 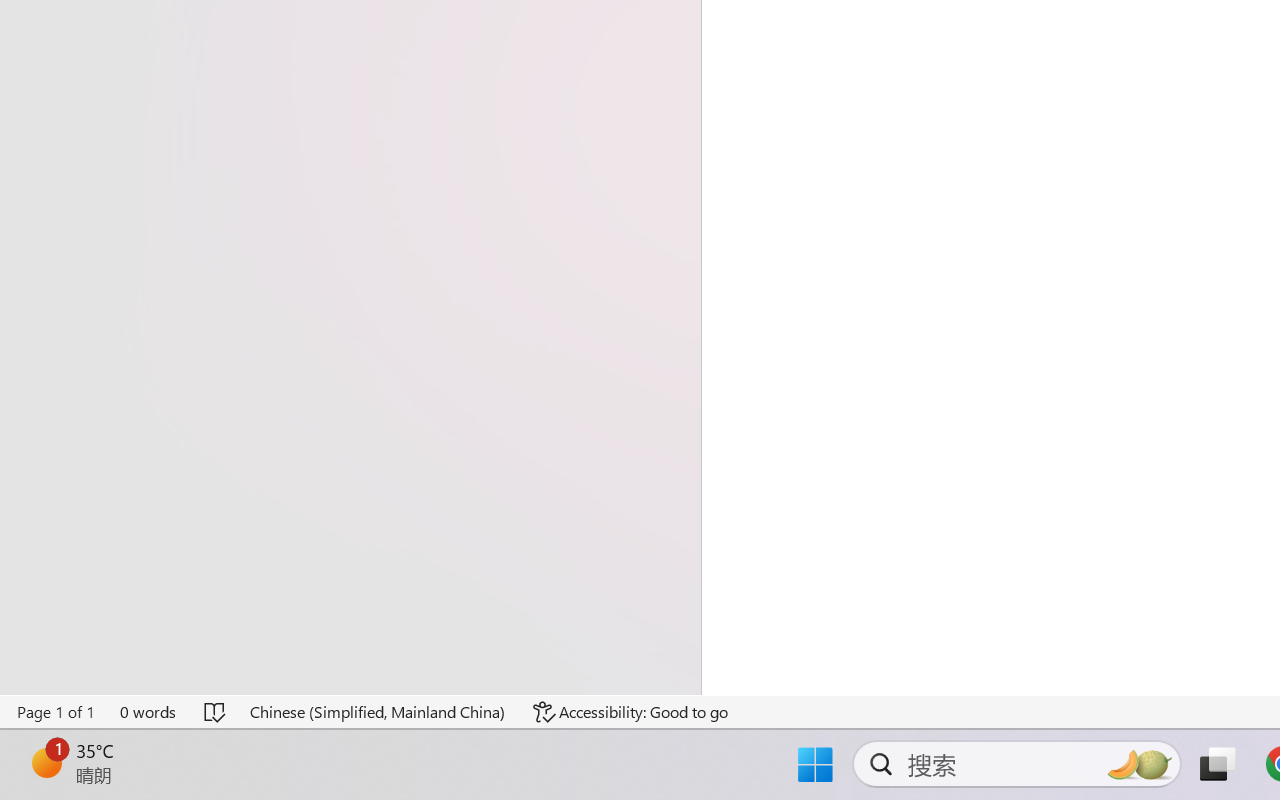 I want to click on 'Language Chinese (Simplified, Mainland China)', so click(x=378, y=711).